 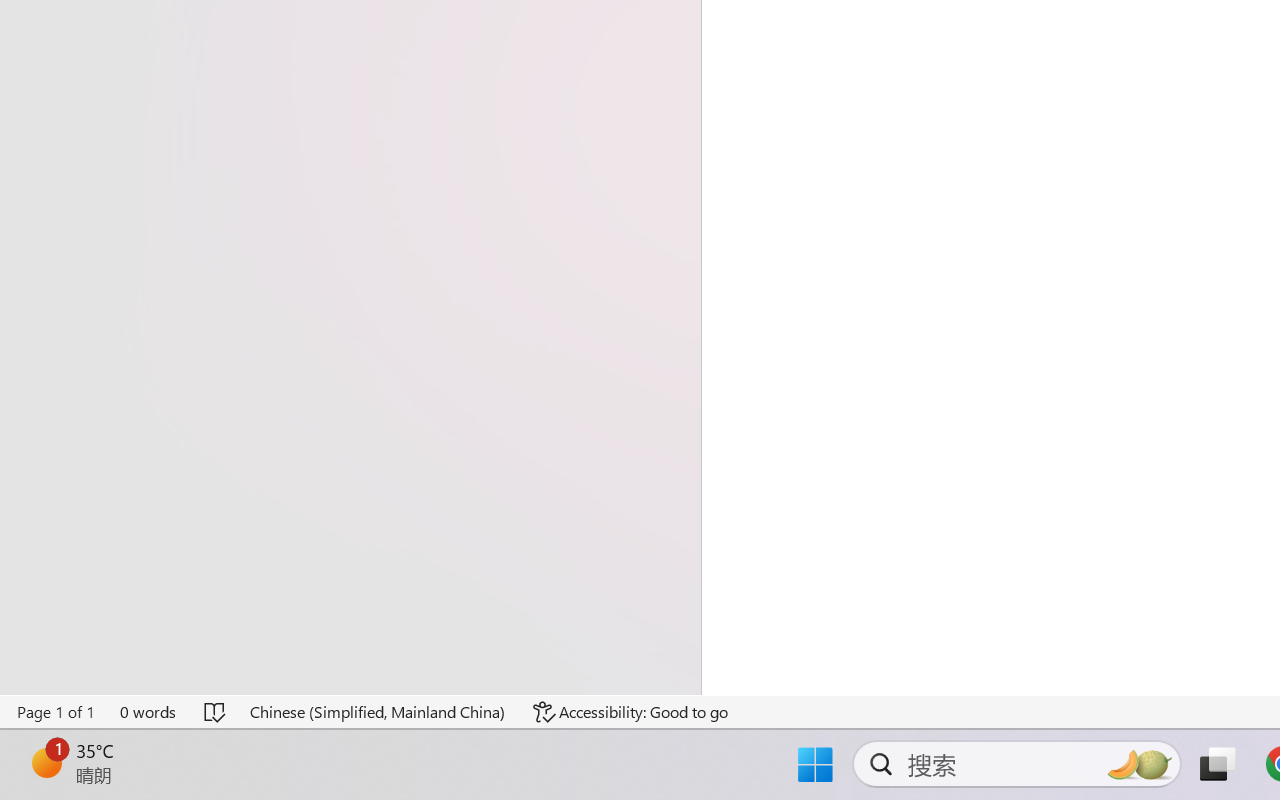 I want to click on 'Language Chinese (Simplified, Mainland China)', so click(x=378, y=711).